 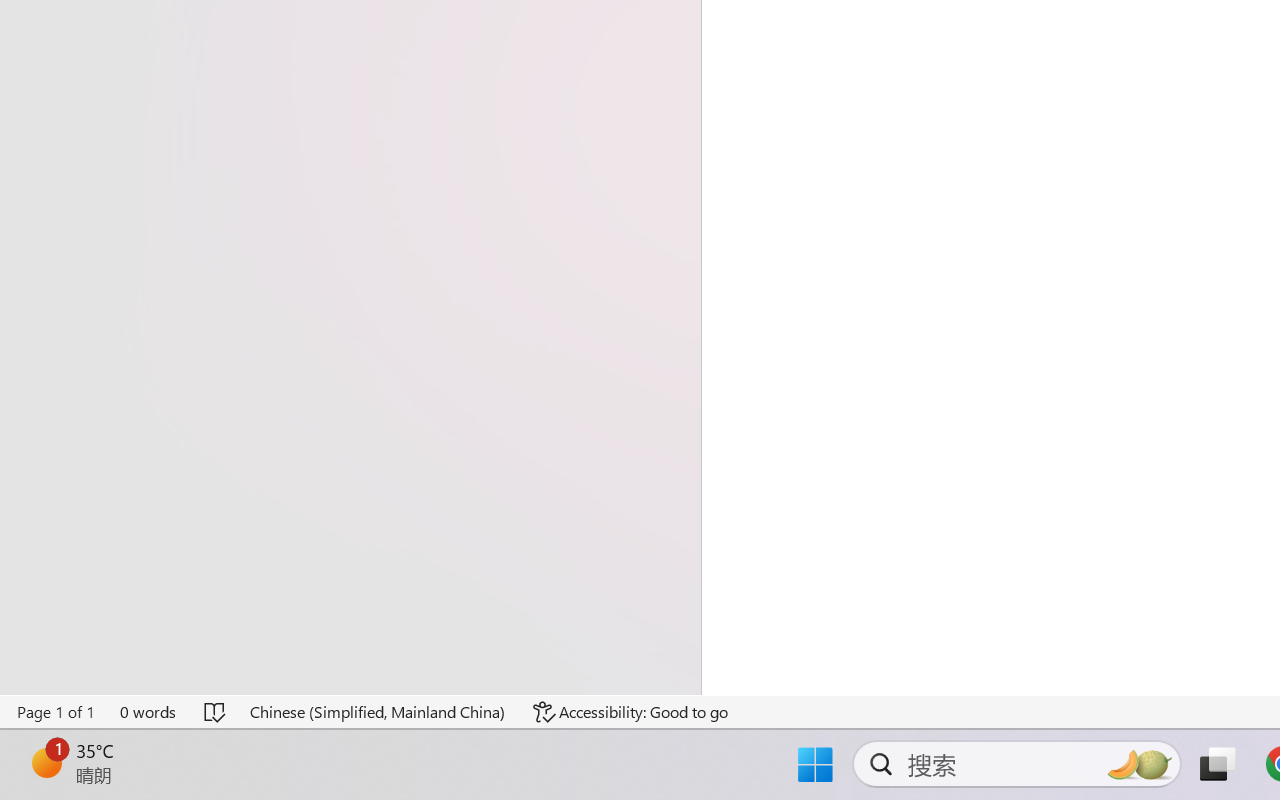 I want to click on 'Language Chinese (Simplified, Mainland China)', so click(x=378, y=711).